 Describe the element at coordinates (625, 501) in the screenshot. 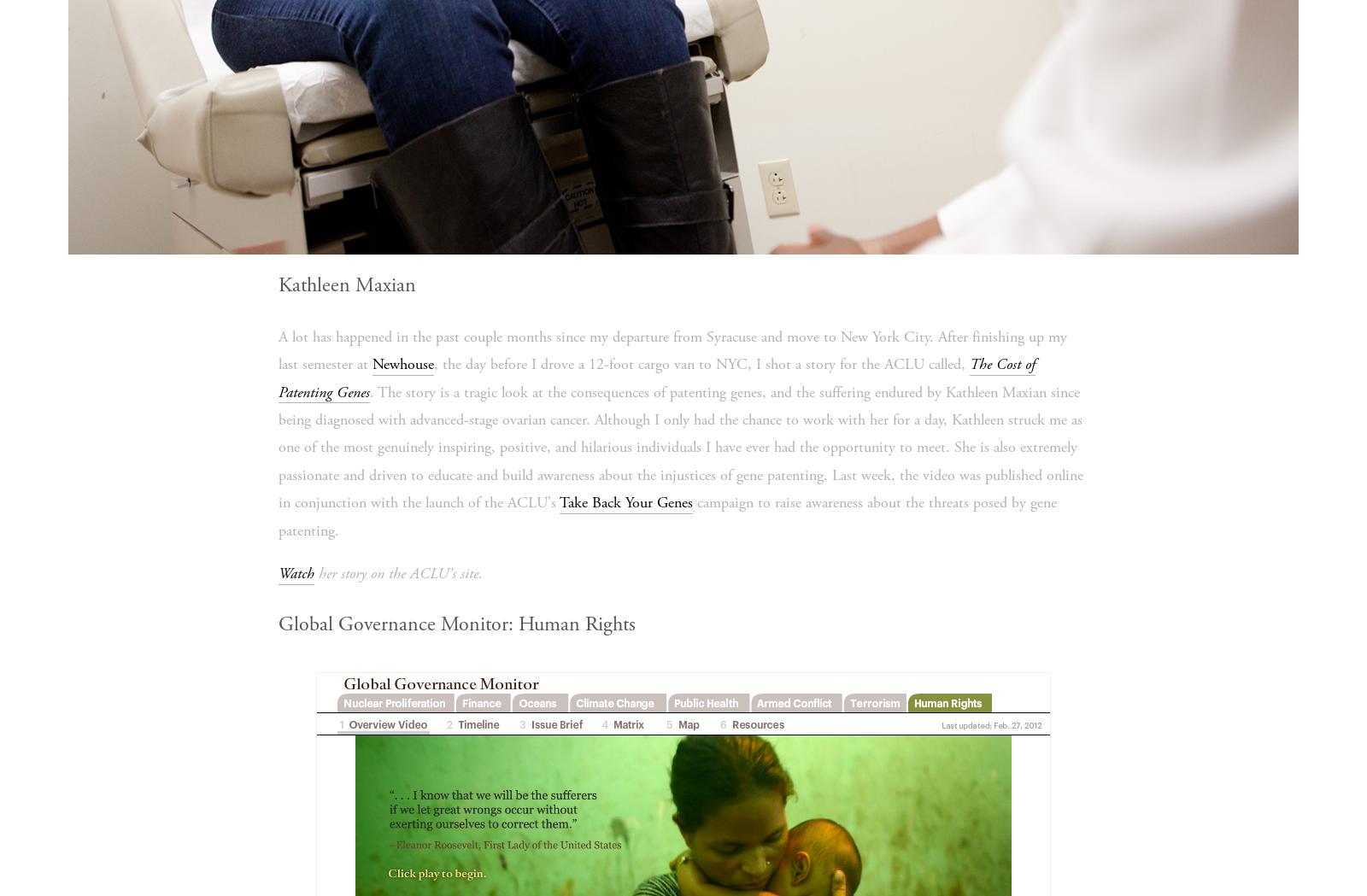

I see `'Take Back Your Genes'` at that location.